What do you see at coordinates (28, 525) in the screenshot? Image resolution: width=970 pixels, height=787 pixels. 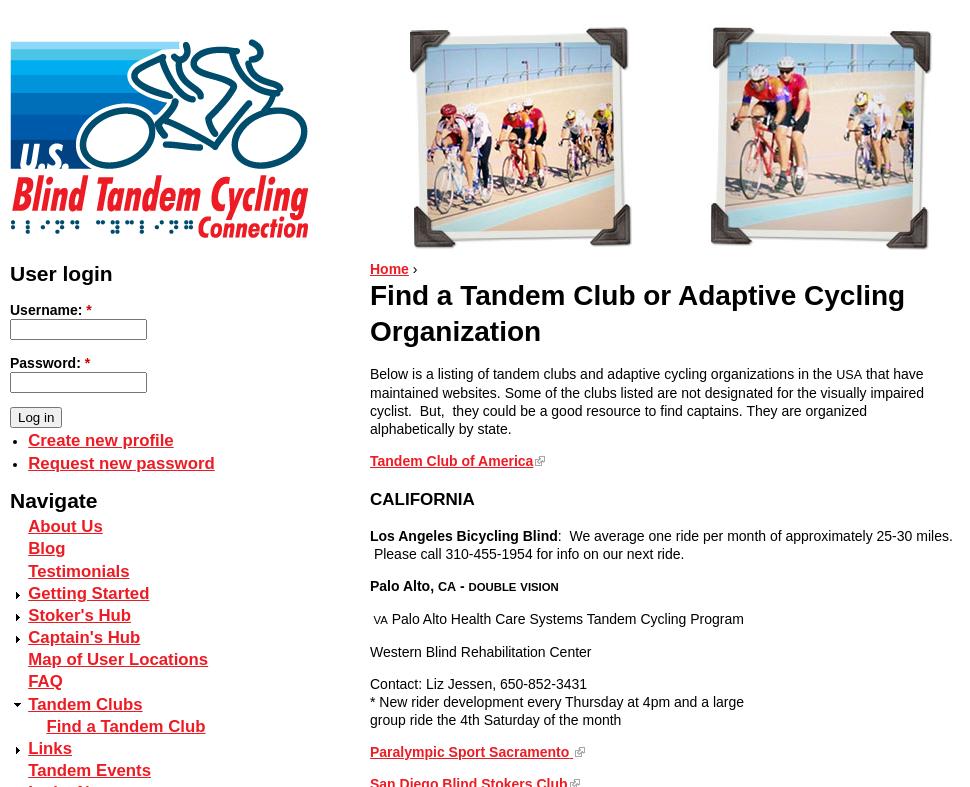 I see `'About Us'` at bounding box center [28, 525].